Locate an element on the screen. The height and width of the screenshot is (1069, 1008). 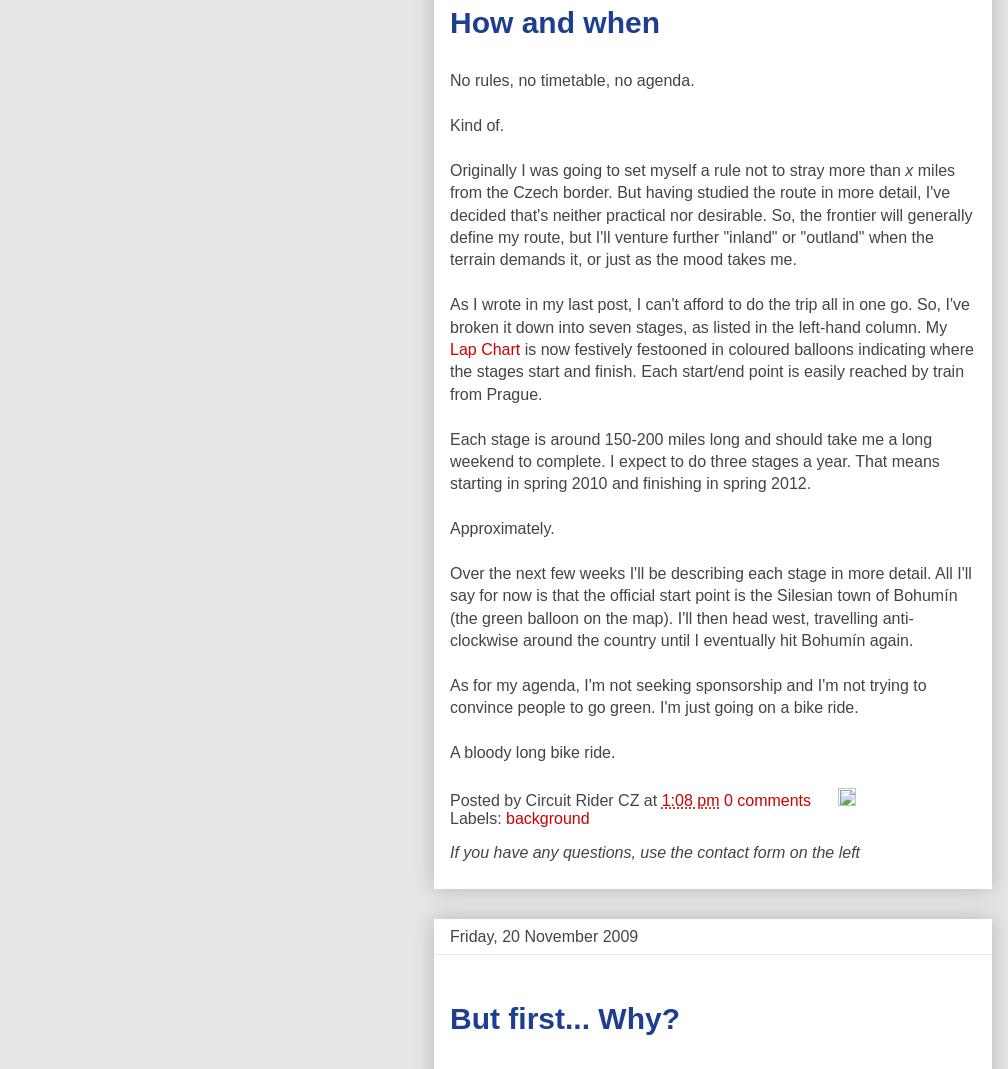
'Each stage is around 150-200 miles long and should take me a long weekend to complete. I expect to do three stages a year. That means starting in spring 2010 and finishing in spring 2012.' is located at coordinates (694, 459).